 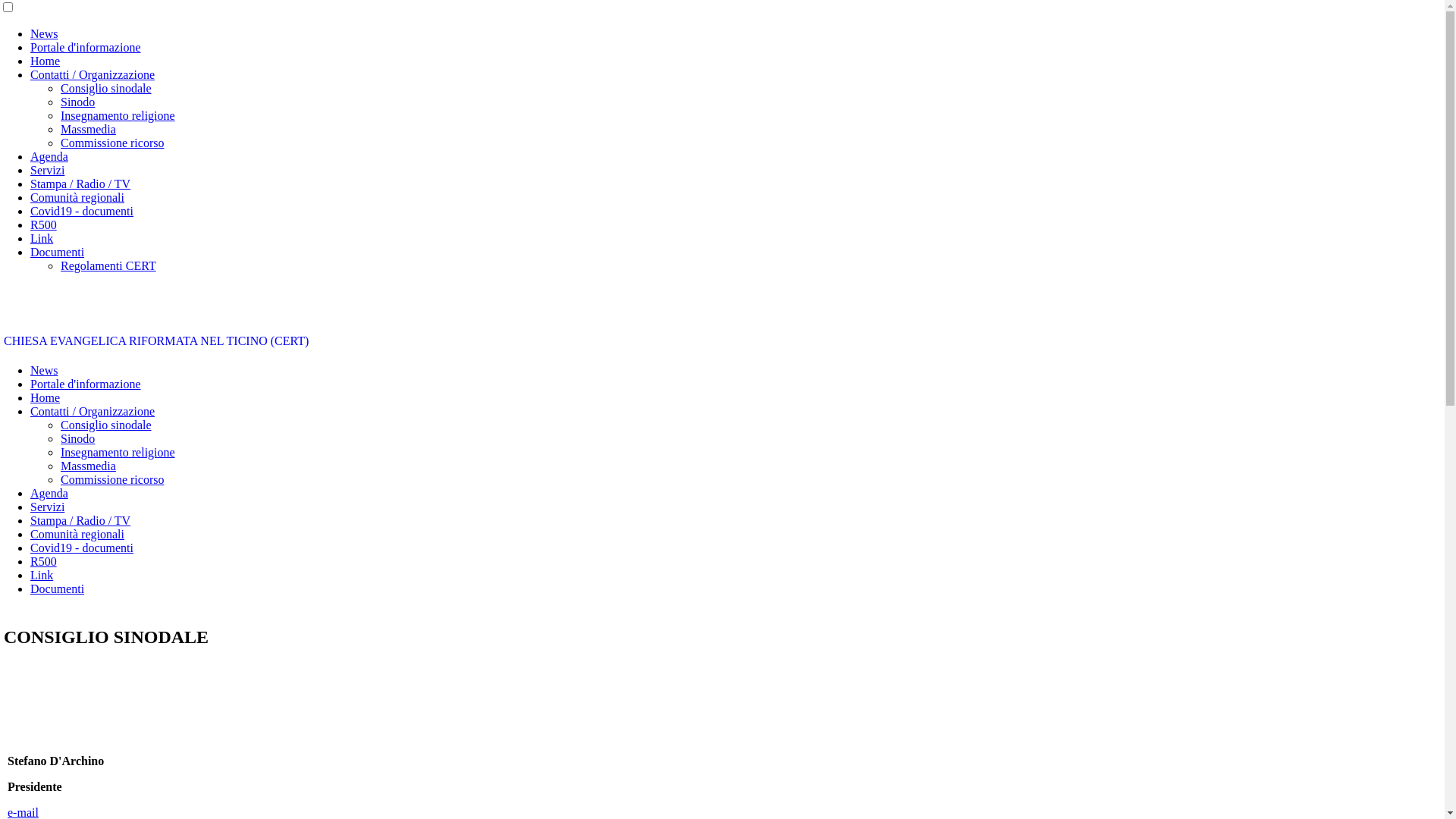 What do you see at coordinates (61, 115) in the screenshot?
I see `'Insegnamento religione'` at bounding box center [61, 115].